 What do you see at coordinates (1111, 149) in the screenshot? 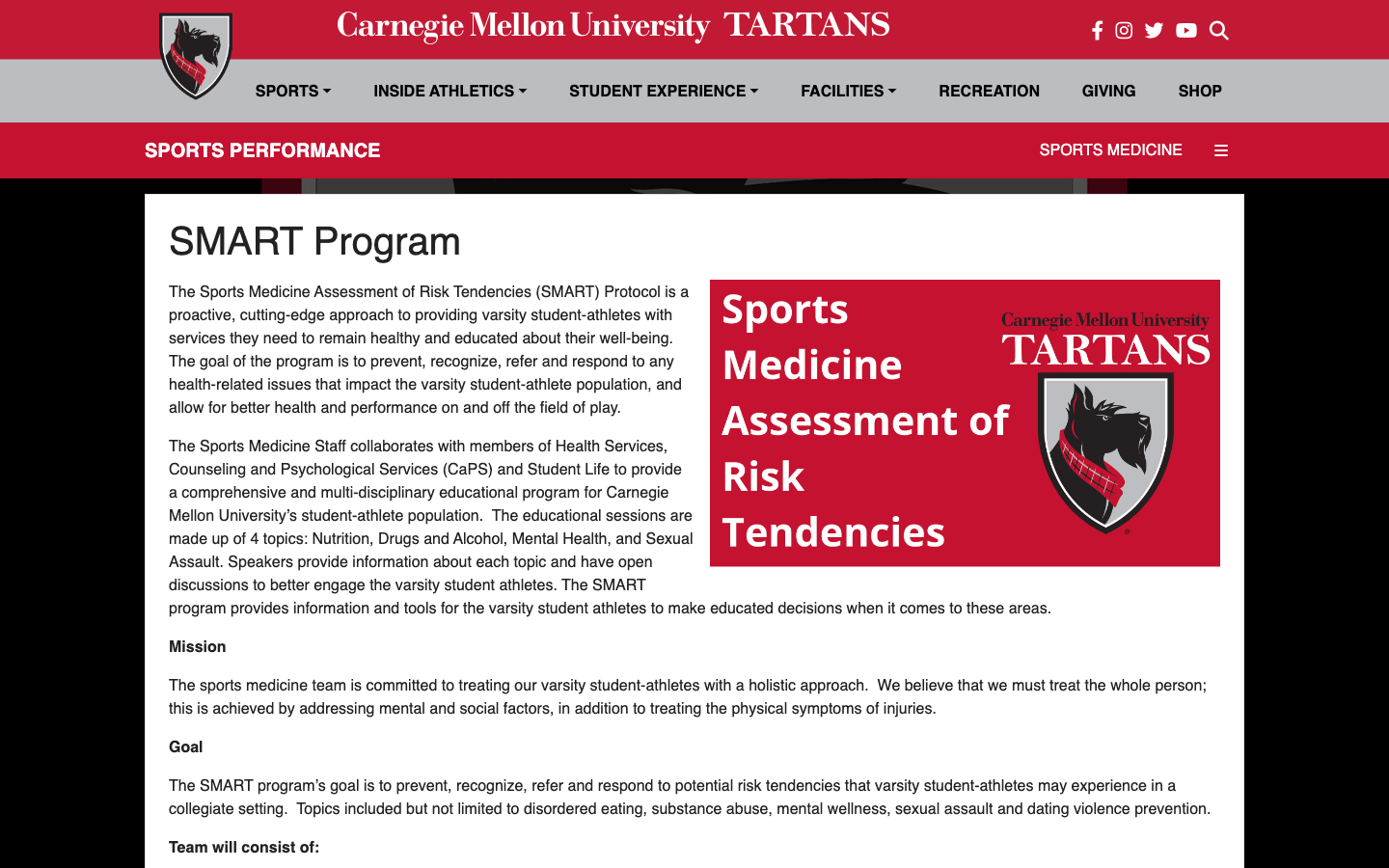
I see `"Sports Medicine" section` at bounding box center [1111, 149].